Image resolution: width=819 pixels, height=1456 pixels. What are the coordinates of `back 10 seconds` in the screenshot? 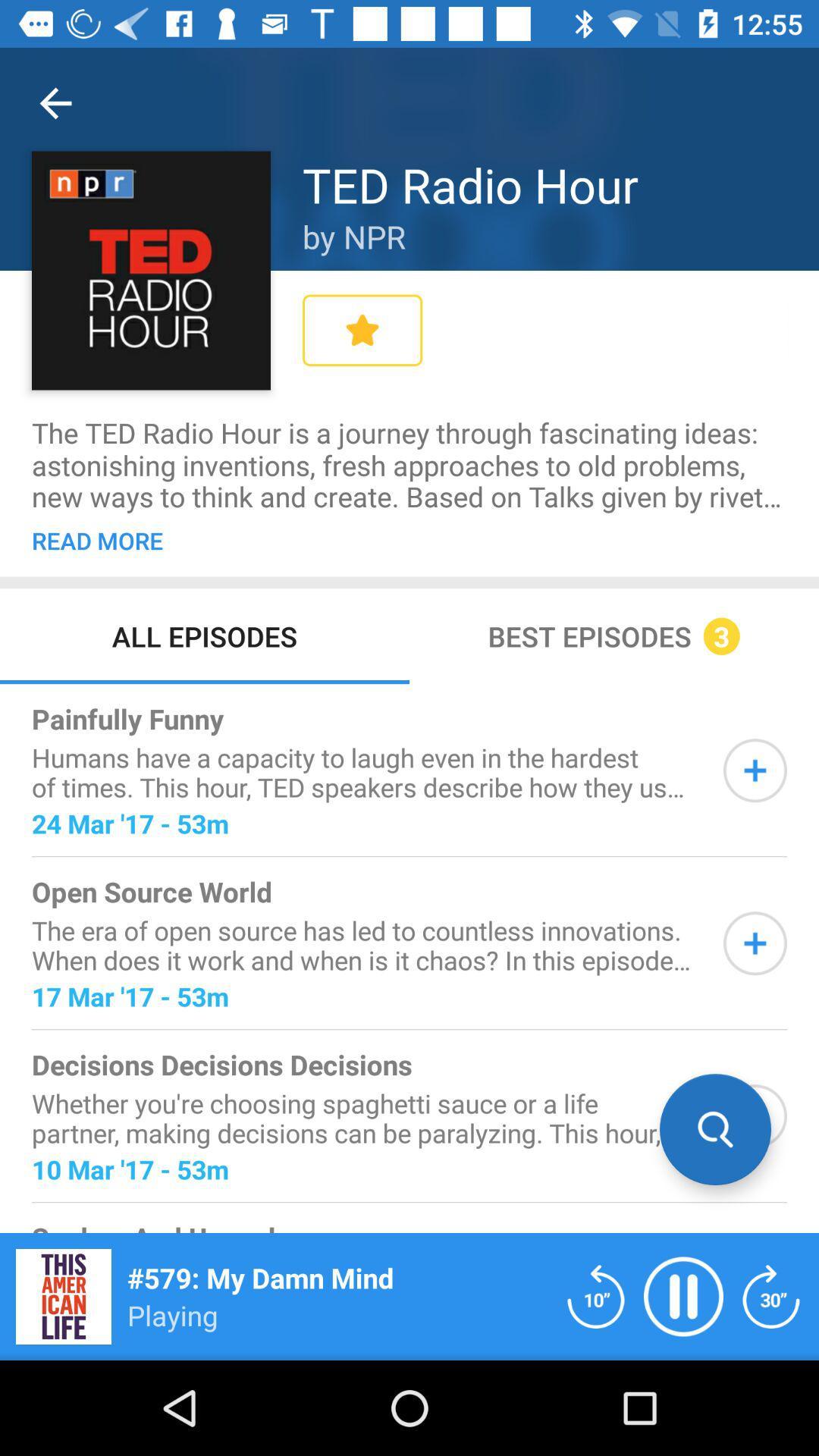 It's located at (595, 1295).